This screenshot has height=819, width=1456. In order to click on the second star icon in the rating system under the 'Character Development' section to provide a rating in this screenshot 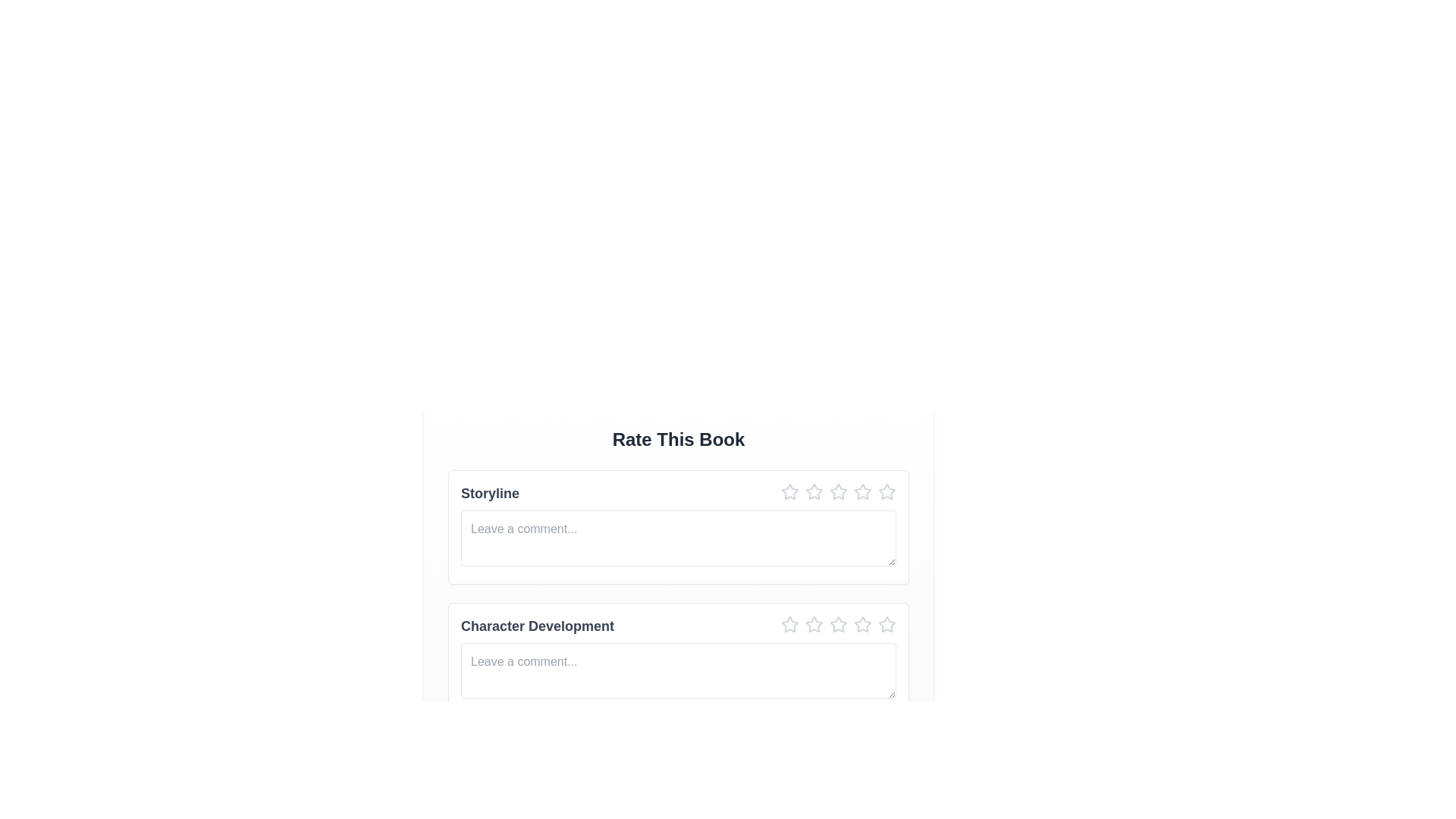, I will do `click(814, 624)`.